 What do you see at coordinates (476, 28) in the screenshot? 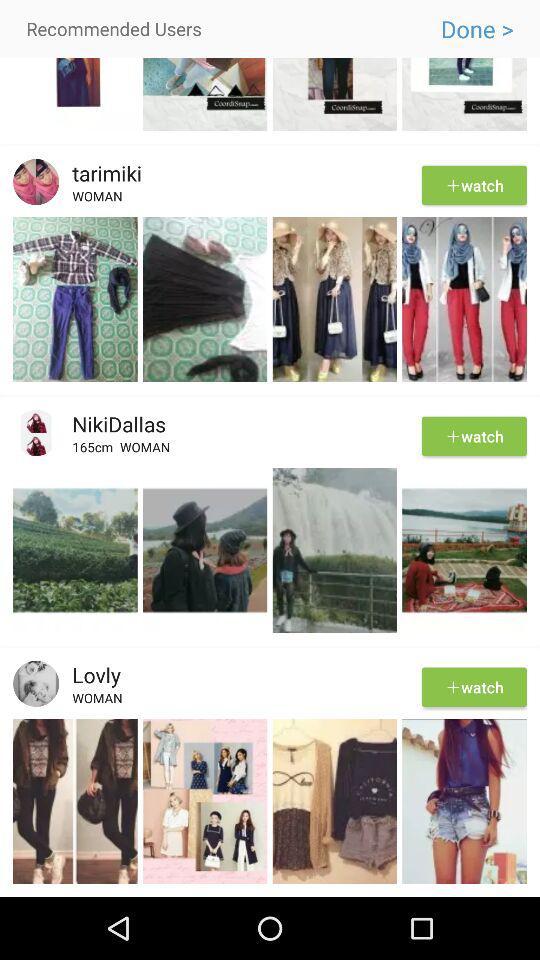
I see `done >` at bounding box center [476, 28].